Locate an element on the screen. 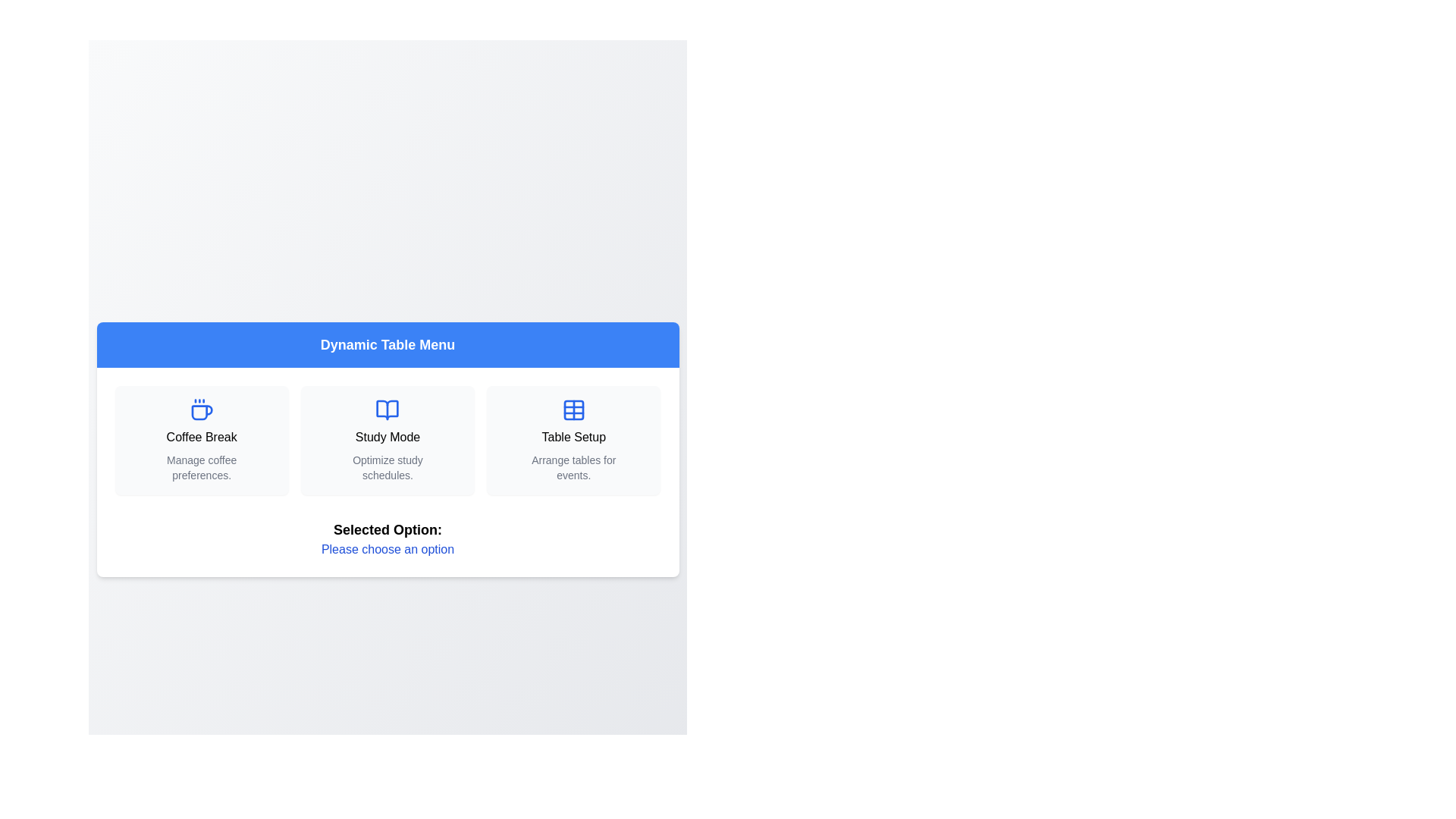 This screenshot has height=819, width=1456. the menu option Table Setup from the Dynamic Table Menu is located at coordinates (572, 441).